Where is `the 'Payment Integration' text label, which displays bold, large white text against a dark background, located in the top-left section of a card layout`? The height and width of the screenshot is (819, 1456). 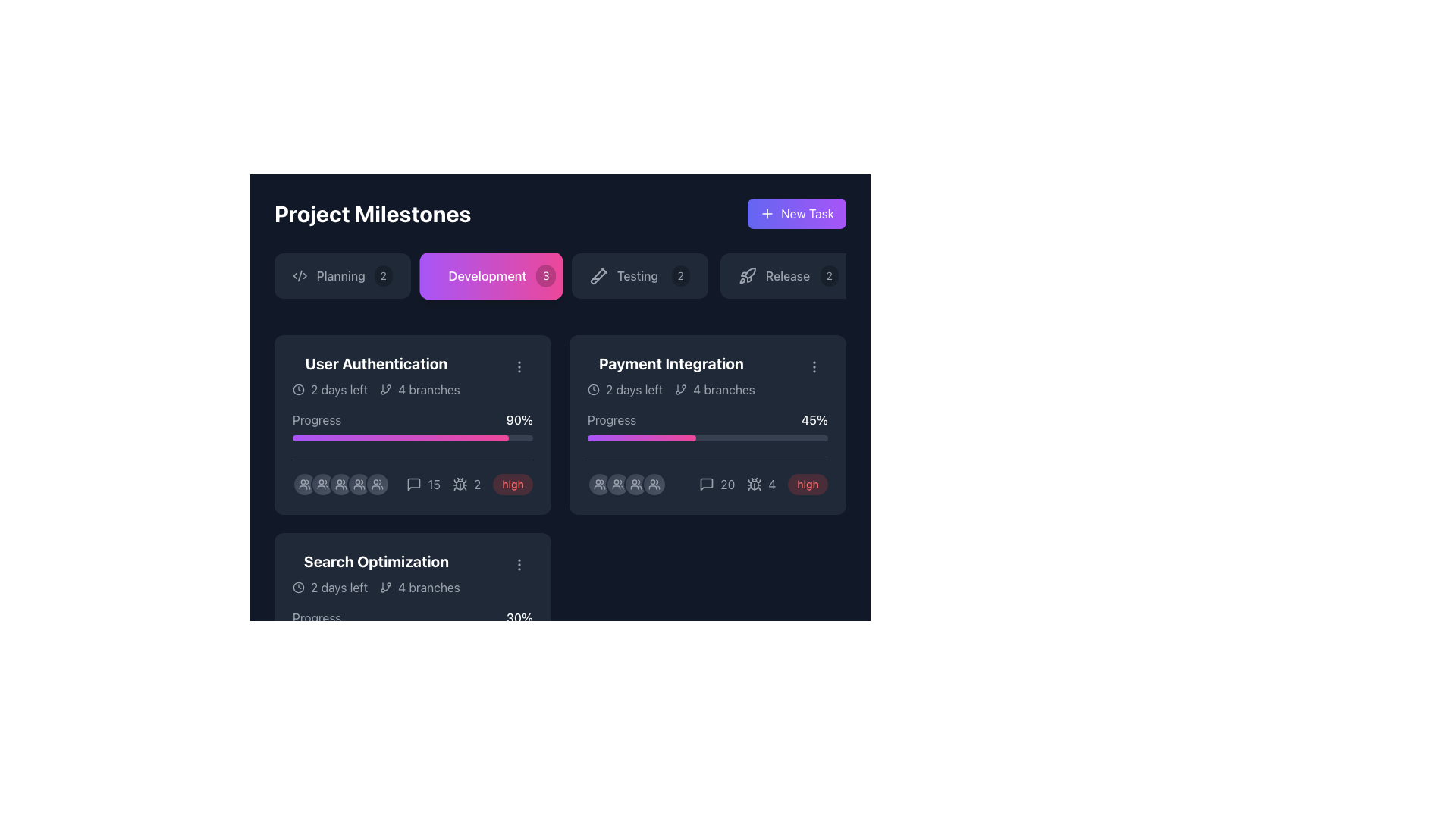
the 'Payment Integration' text label, which displays bold, large white text against a dark background, located in the top-left section of a card layout is located at coordinates (670, 363).